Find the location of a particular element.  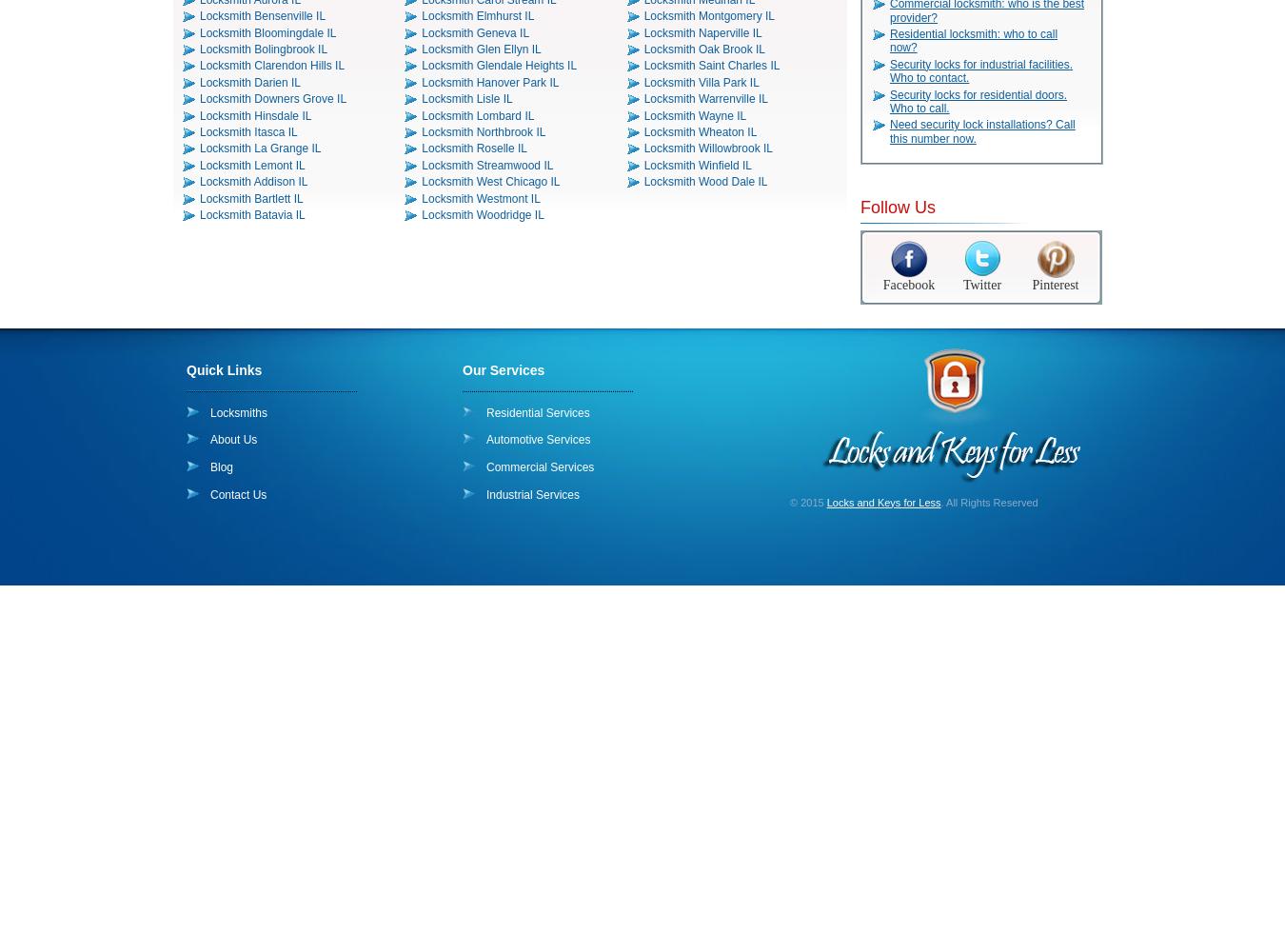

'Twitter' is located at coordinates (981, 284).